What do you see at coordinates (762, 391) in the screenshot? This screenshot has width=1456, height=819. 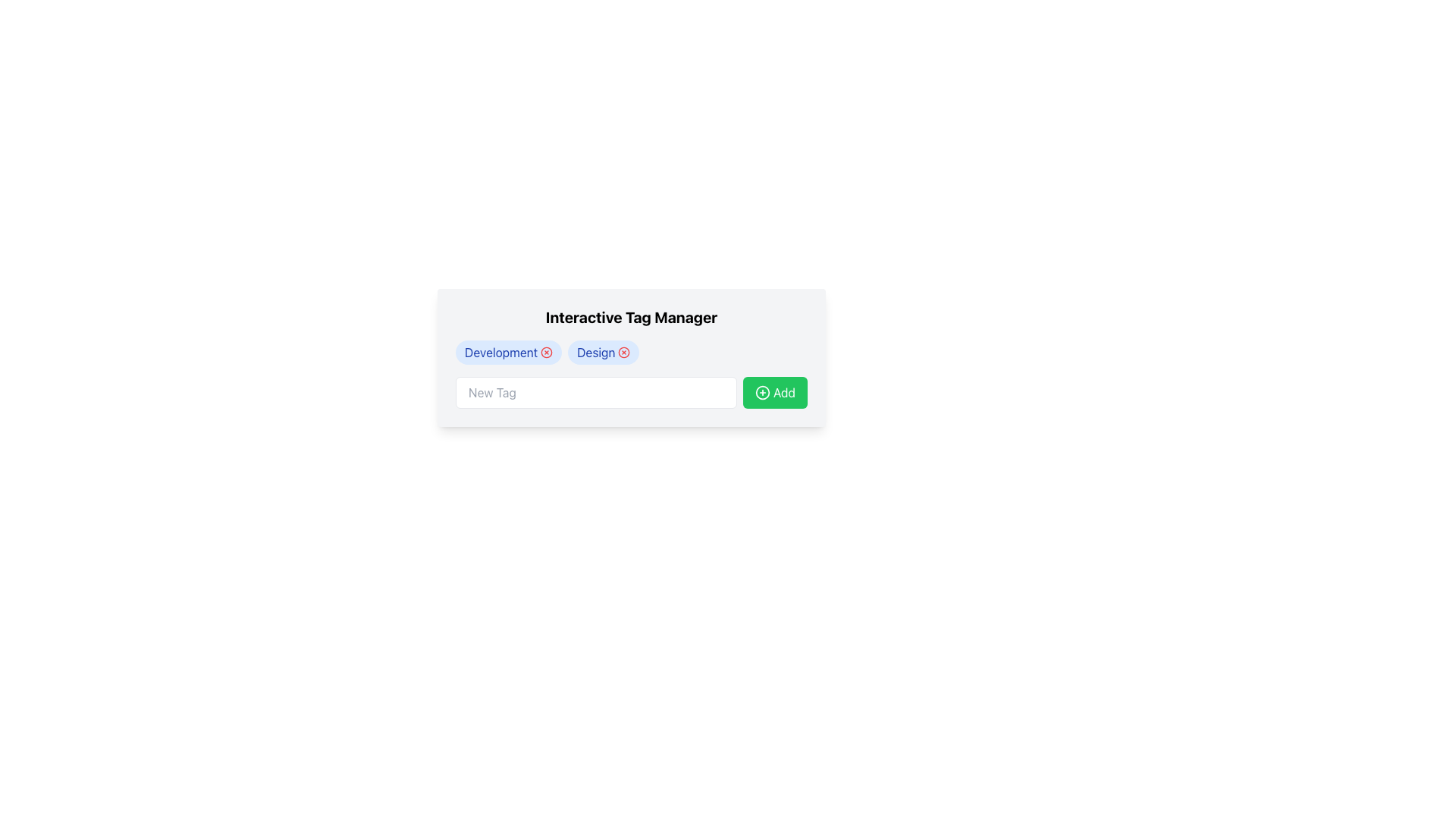 I see `the round plus icon within the green 'Add' button` at bounding box center [762, 391].